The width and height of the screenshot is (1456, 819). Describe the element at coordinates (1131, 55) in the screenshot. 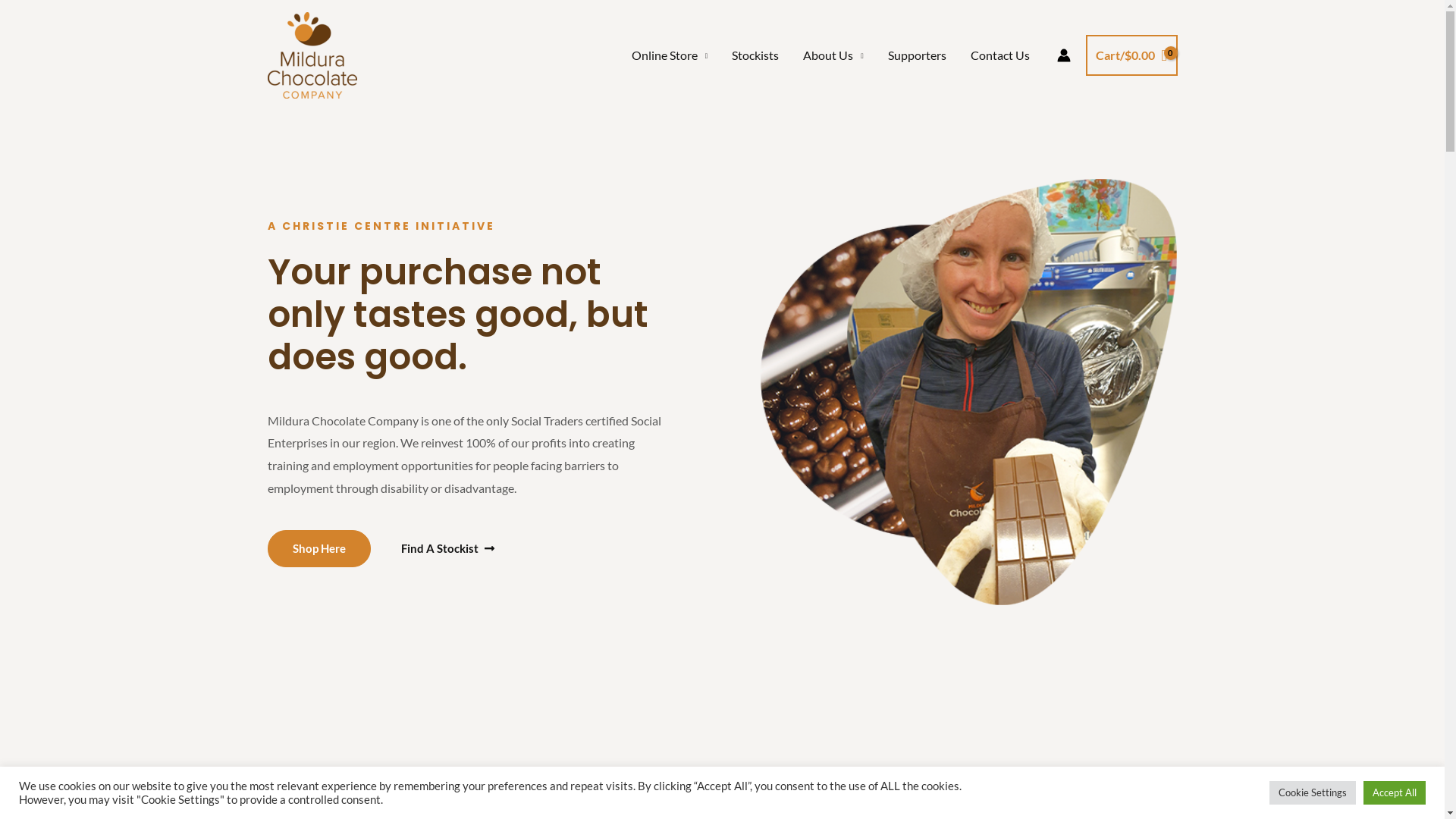

I see `'Cart/$0.00'` at that location.